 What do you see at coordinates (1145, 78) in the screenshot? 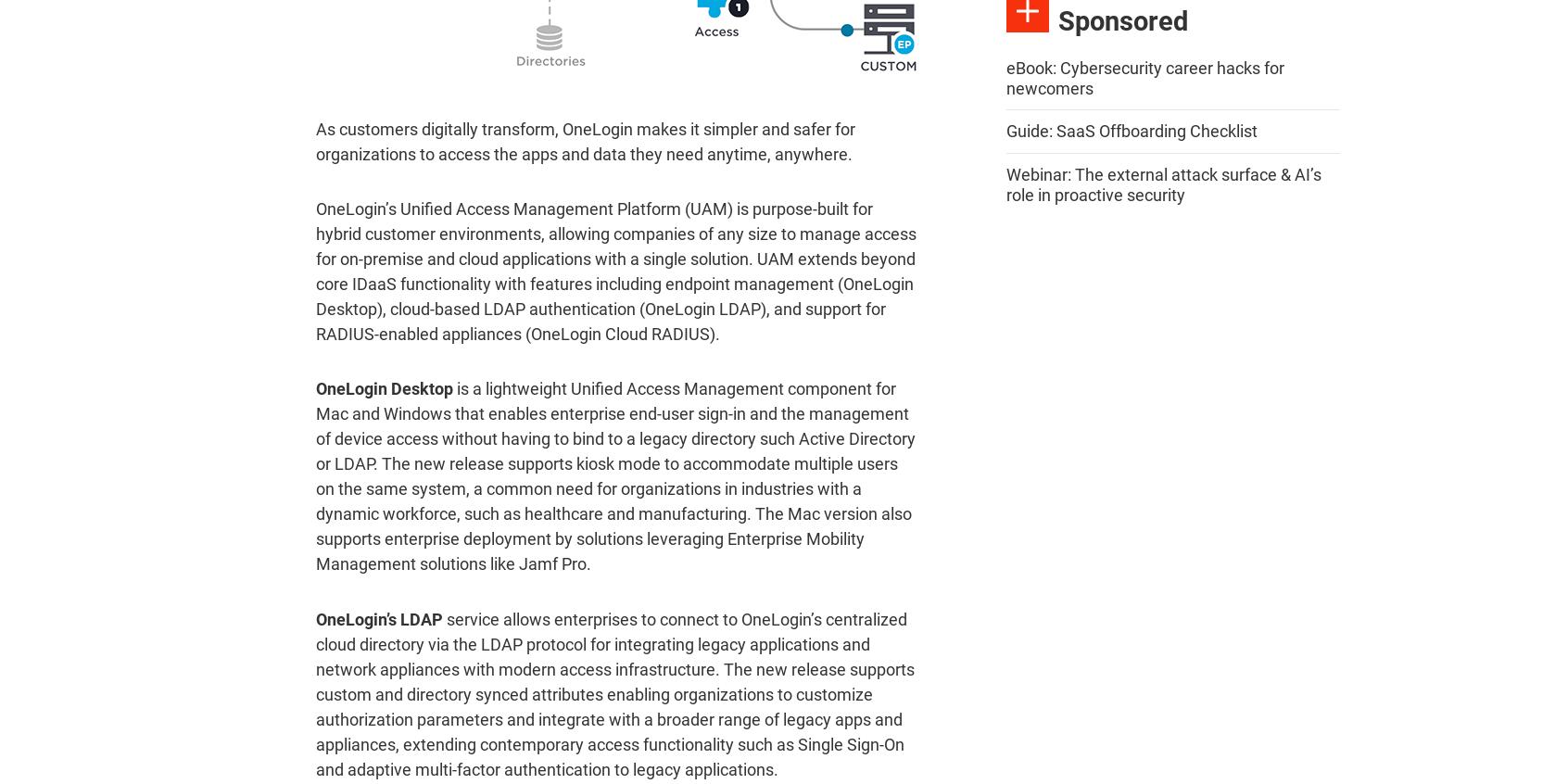
I see `'eBook: Cybersecurity career hacks for newcomers'` at bounding box center [1145, 78].